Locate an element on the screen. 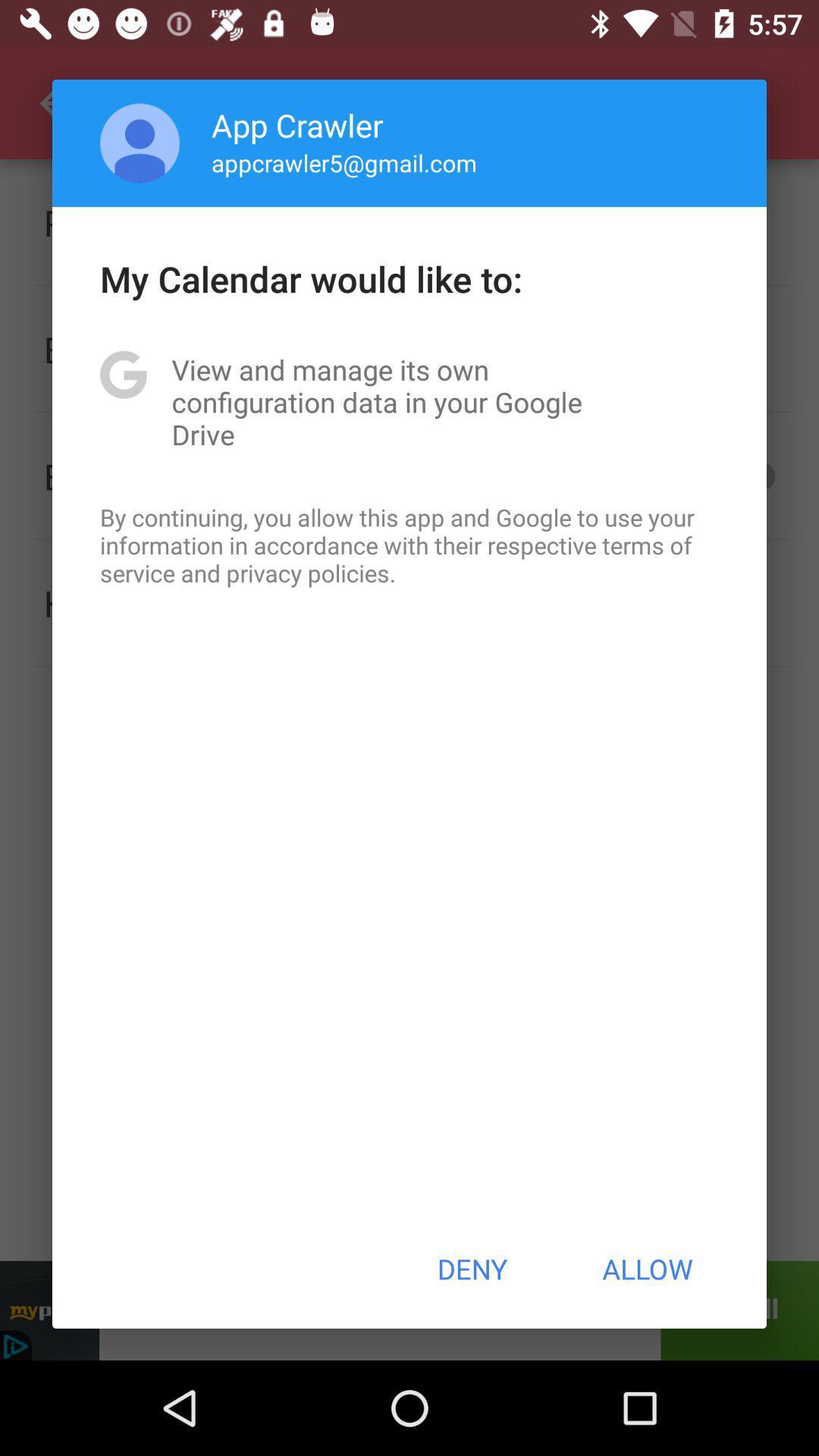  the icon below the my calendar would item is located at coordinates (409, 402).